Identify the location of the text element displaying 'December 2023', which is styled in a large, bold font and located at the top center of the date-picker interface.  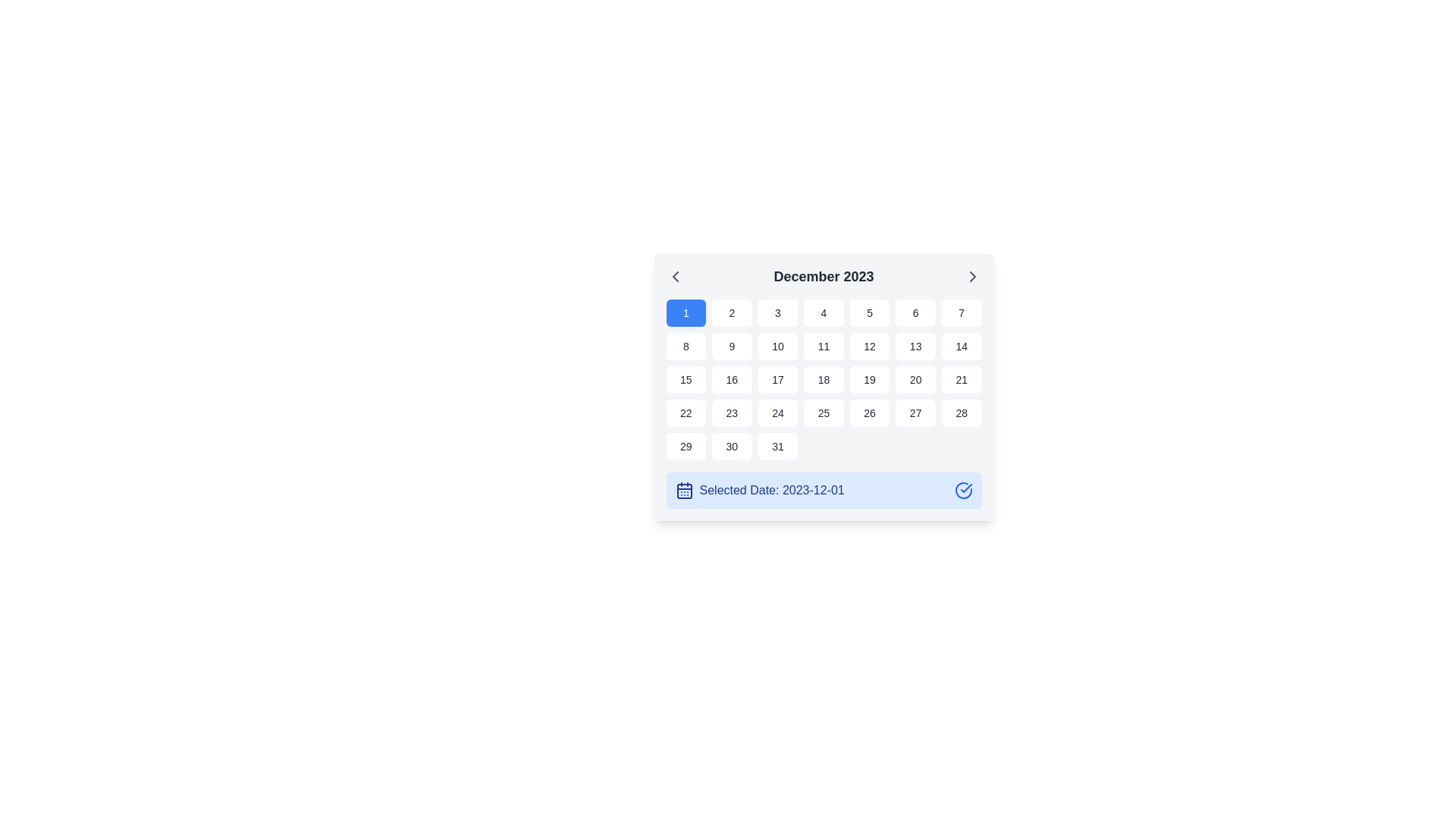
(823, 277).